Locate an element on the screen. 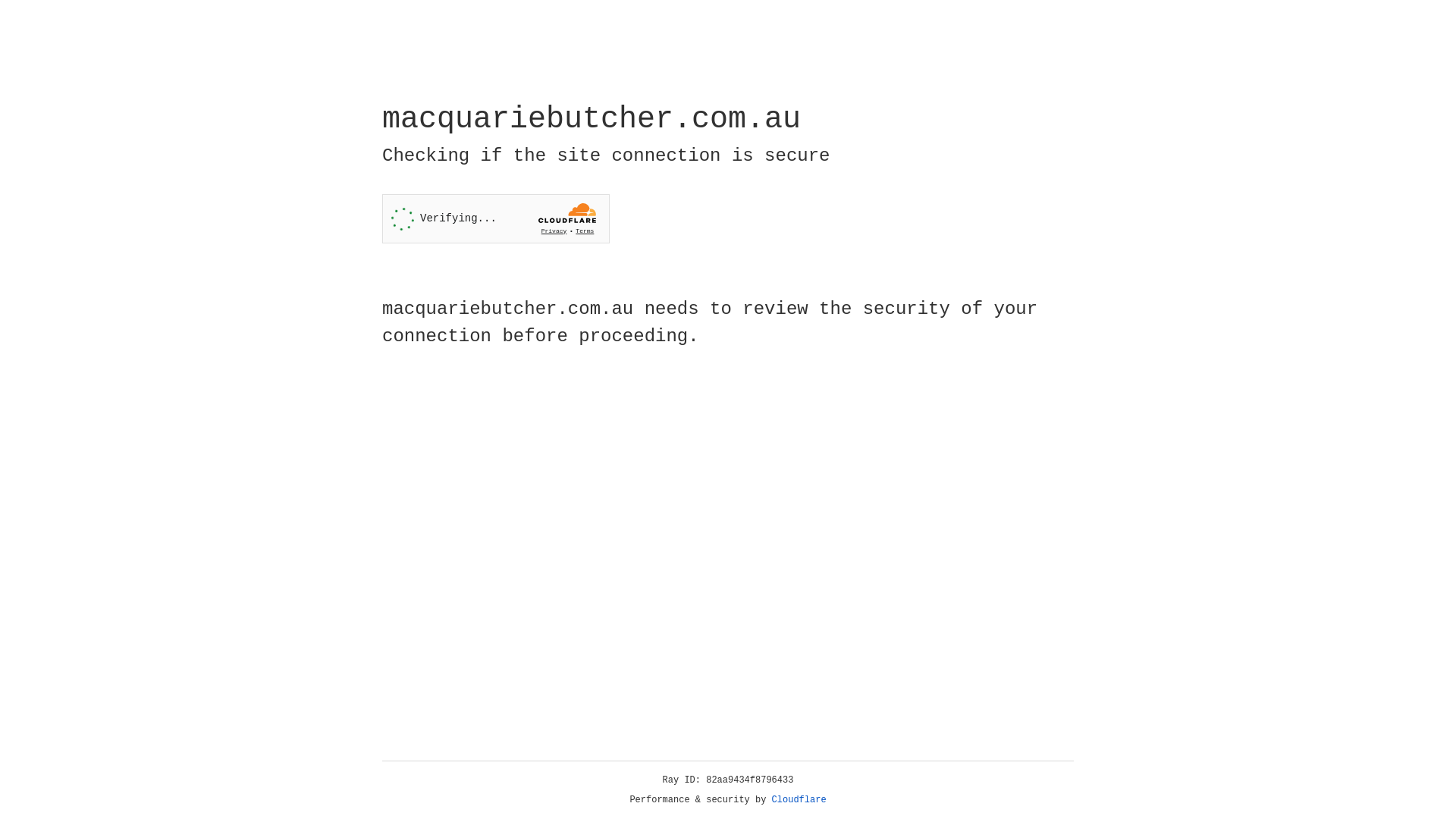 This screenshot has height=819, width=1456. 'Cloudflare' is located at coordinates (799, 799).